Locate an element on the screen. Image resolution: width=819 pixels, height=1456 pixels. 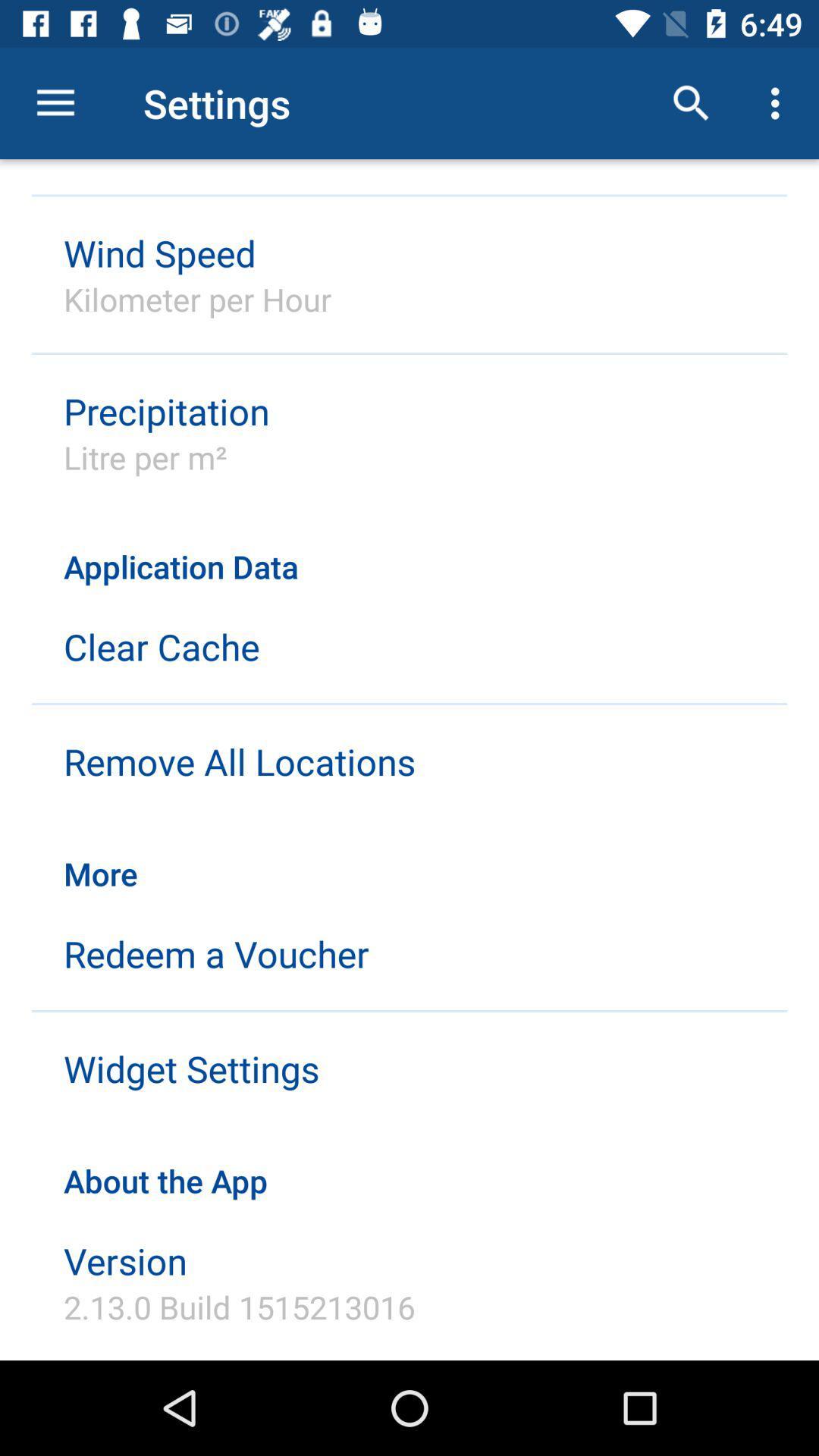
the remove all locations icon is located at coordinates (239, 761).